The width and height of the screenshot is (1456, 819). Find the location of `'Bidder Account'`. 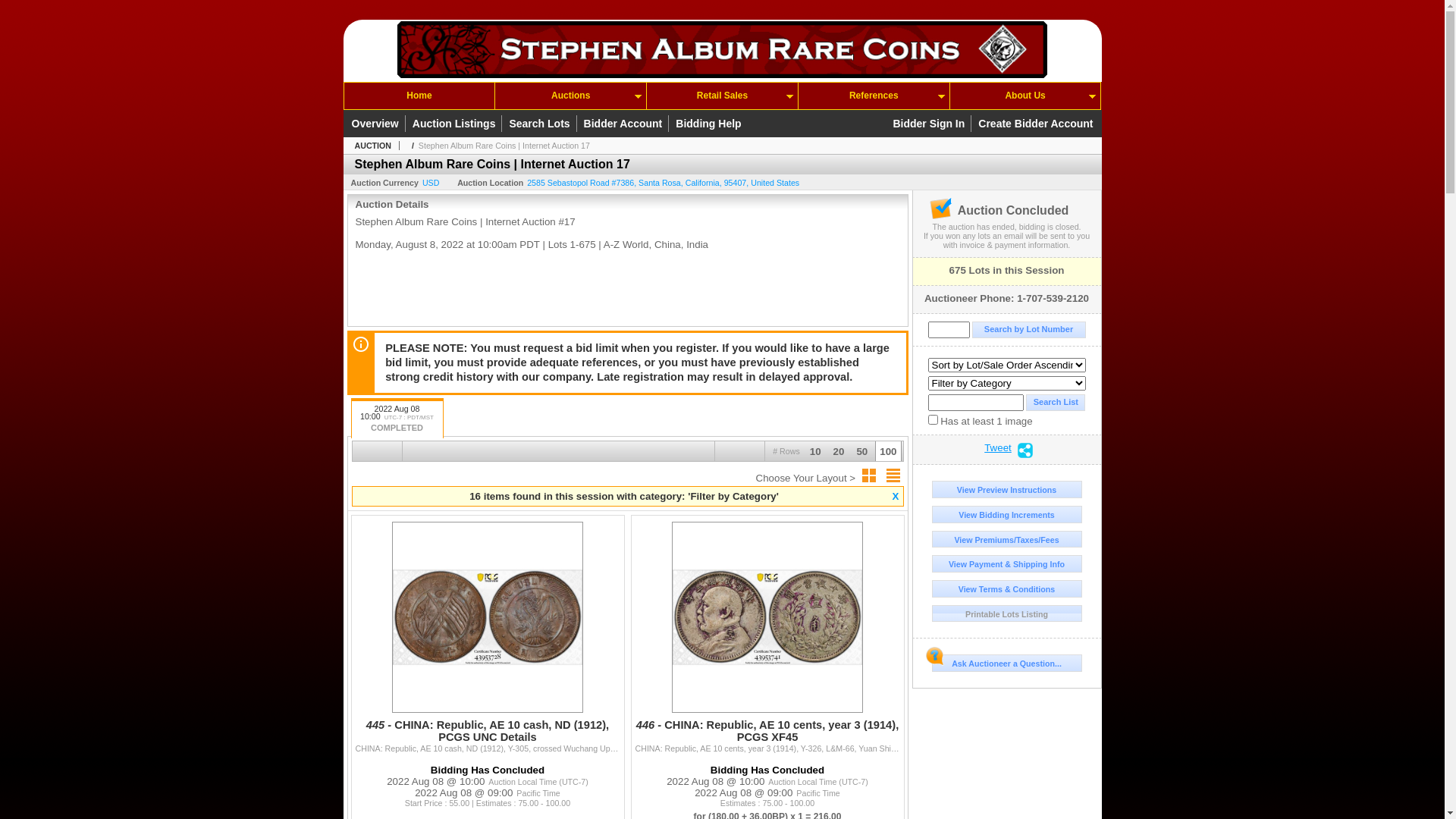

'Bidder Account' is located at coordinates (626, 122).